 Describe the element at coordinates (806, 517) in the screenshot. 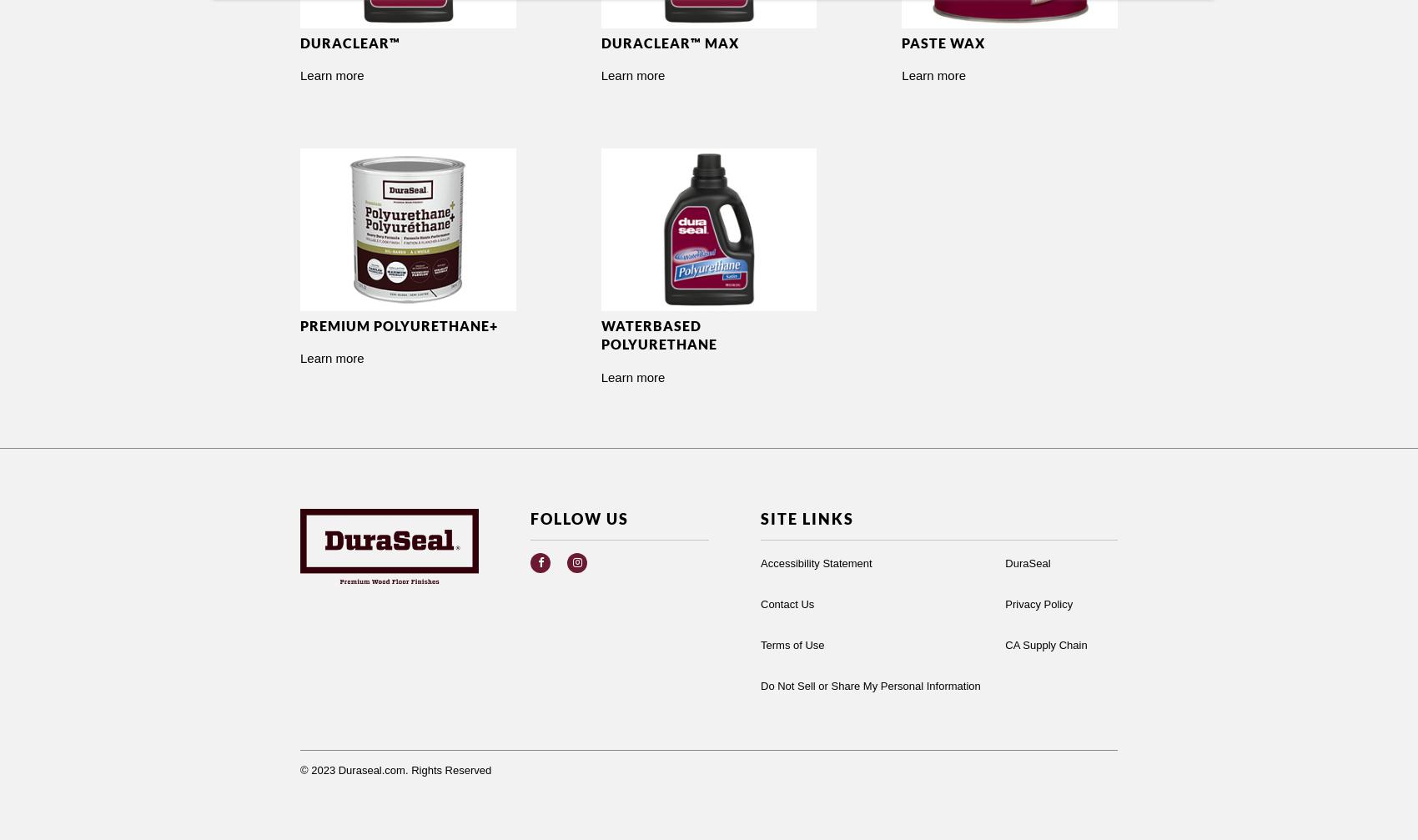

I see `'Site Links'` at that location.